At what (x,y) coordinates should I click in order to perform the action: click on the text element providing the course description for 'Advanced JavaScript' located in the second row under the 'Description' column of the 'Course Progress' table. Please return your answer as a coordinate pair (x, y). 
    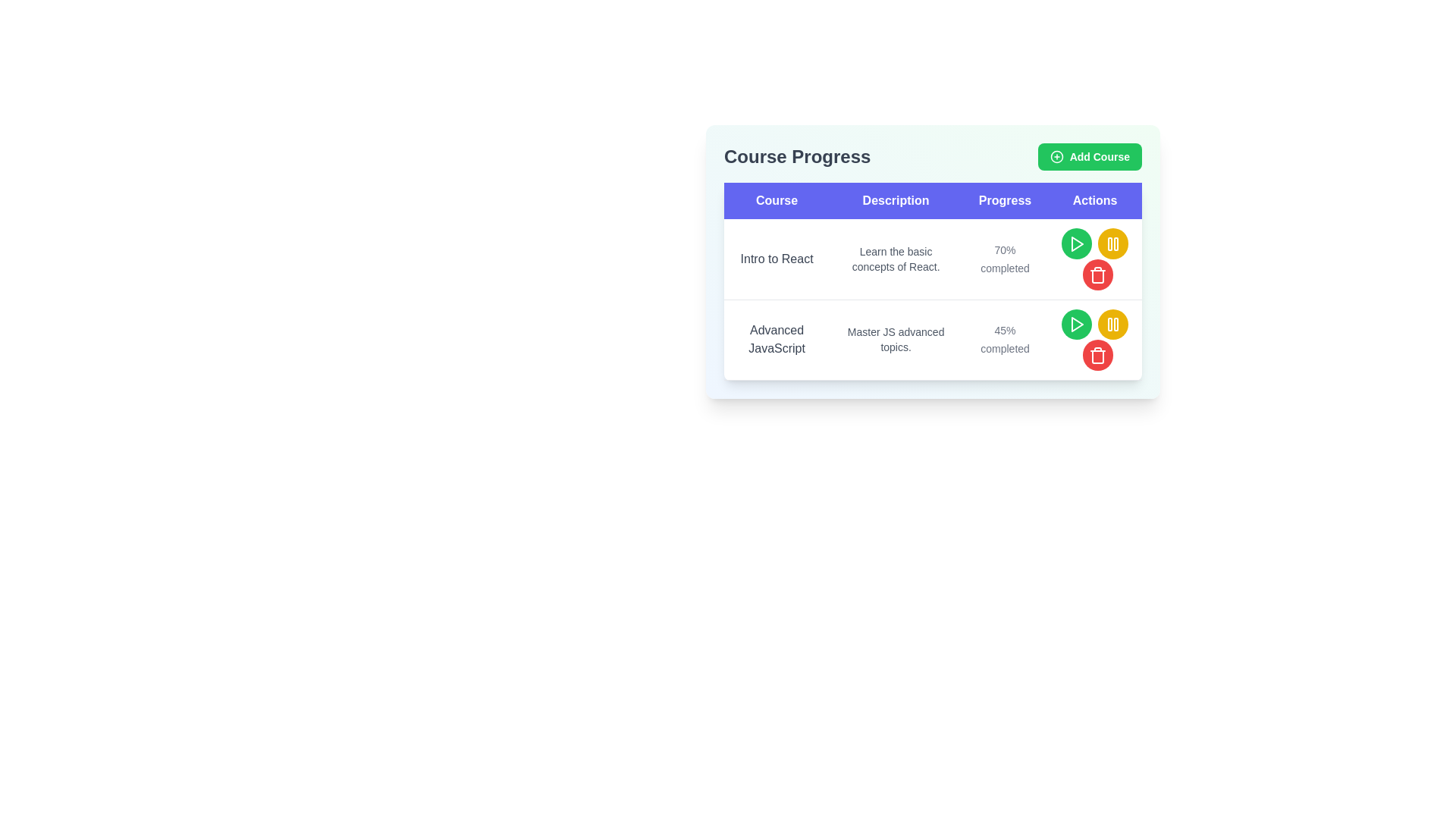
    Looking at the image, I should click on (896, 339).